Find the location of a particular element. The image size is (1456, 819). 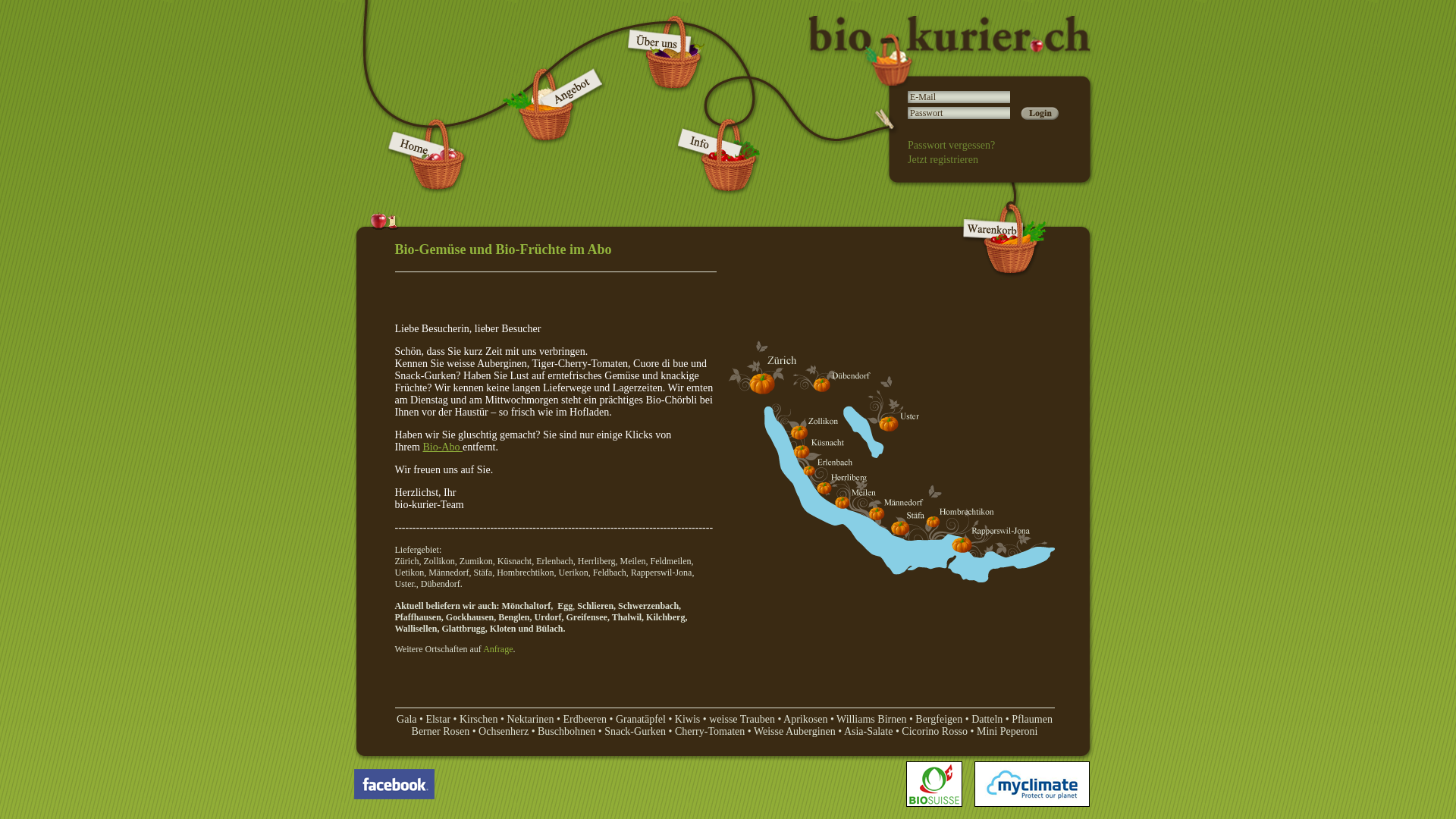

'Biosuisse' is located at coordinates (939, 802).